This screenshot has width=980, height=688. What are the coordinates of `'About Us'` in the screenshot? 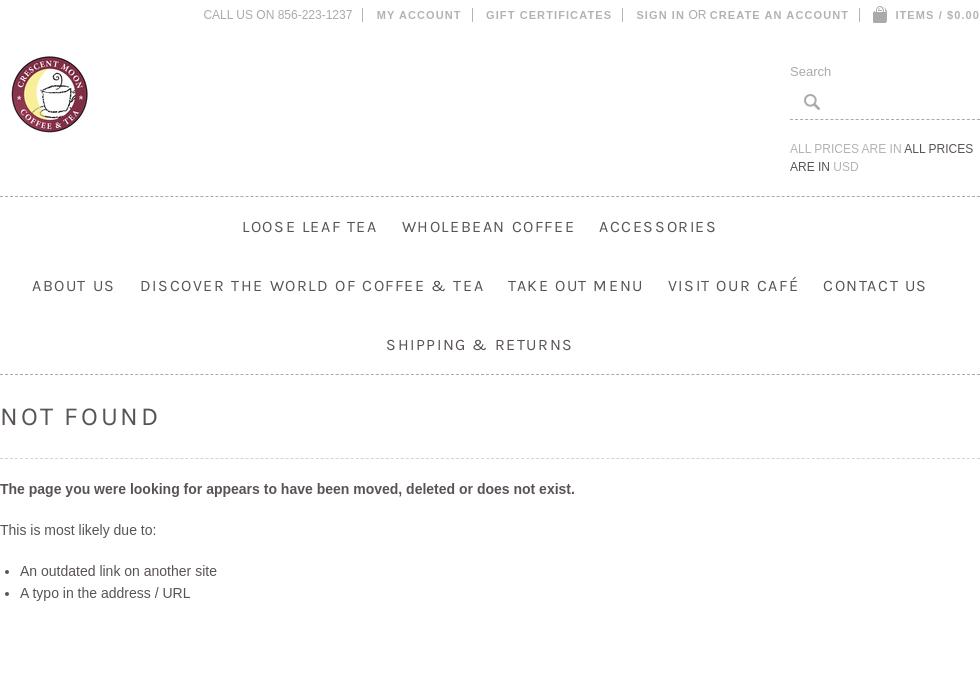 It's located at (73, 284).